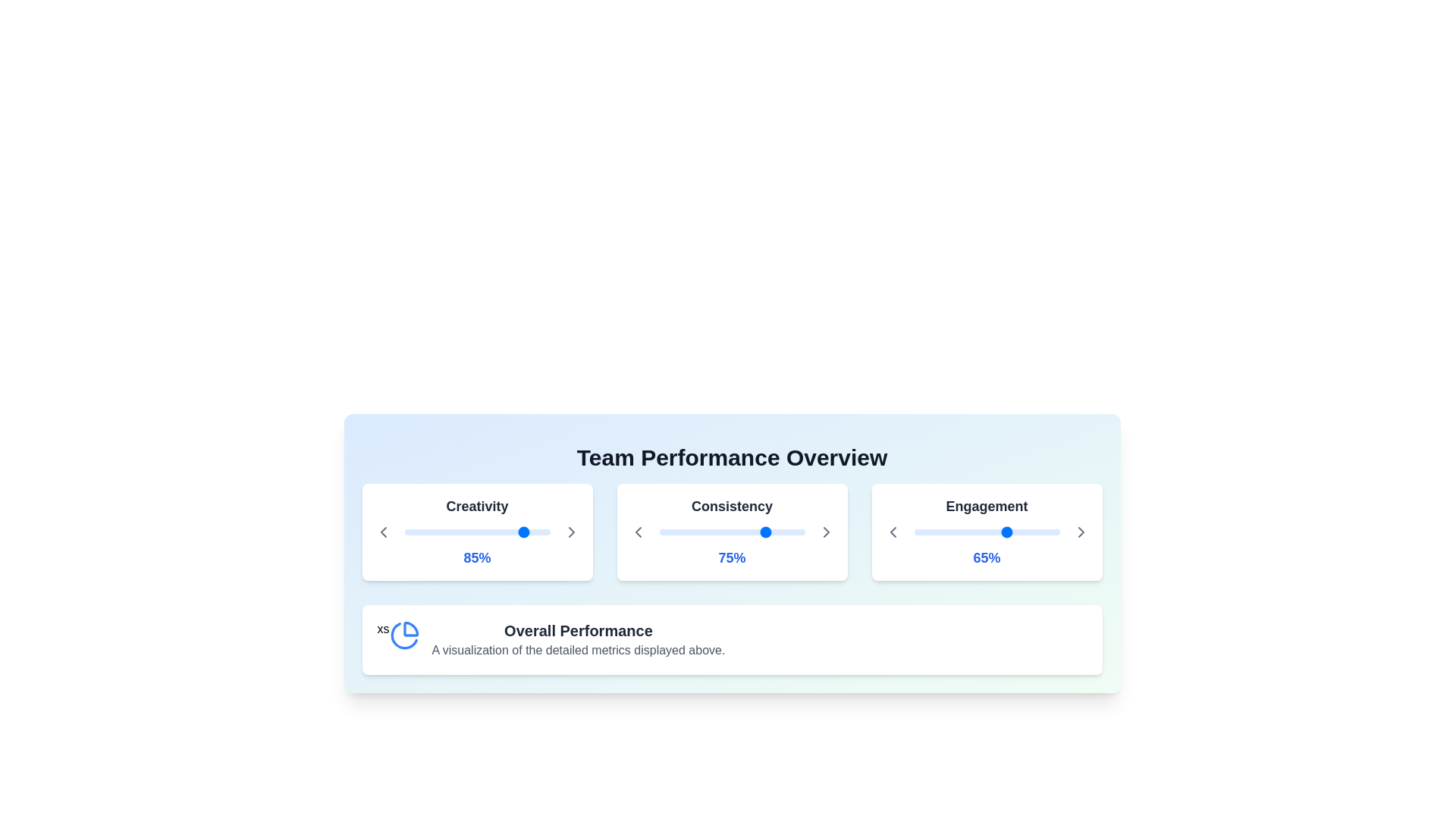  Describe the element at coordinates (525, 532) in the screenshot. I see `the slider value` at that location.